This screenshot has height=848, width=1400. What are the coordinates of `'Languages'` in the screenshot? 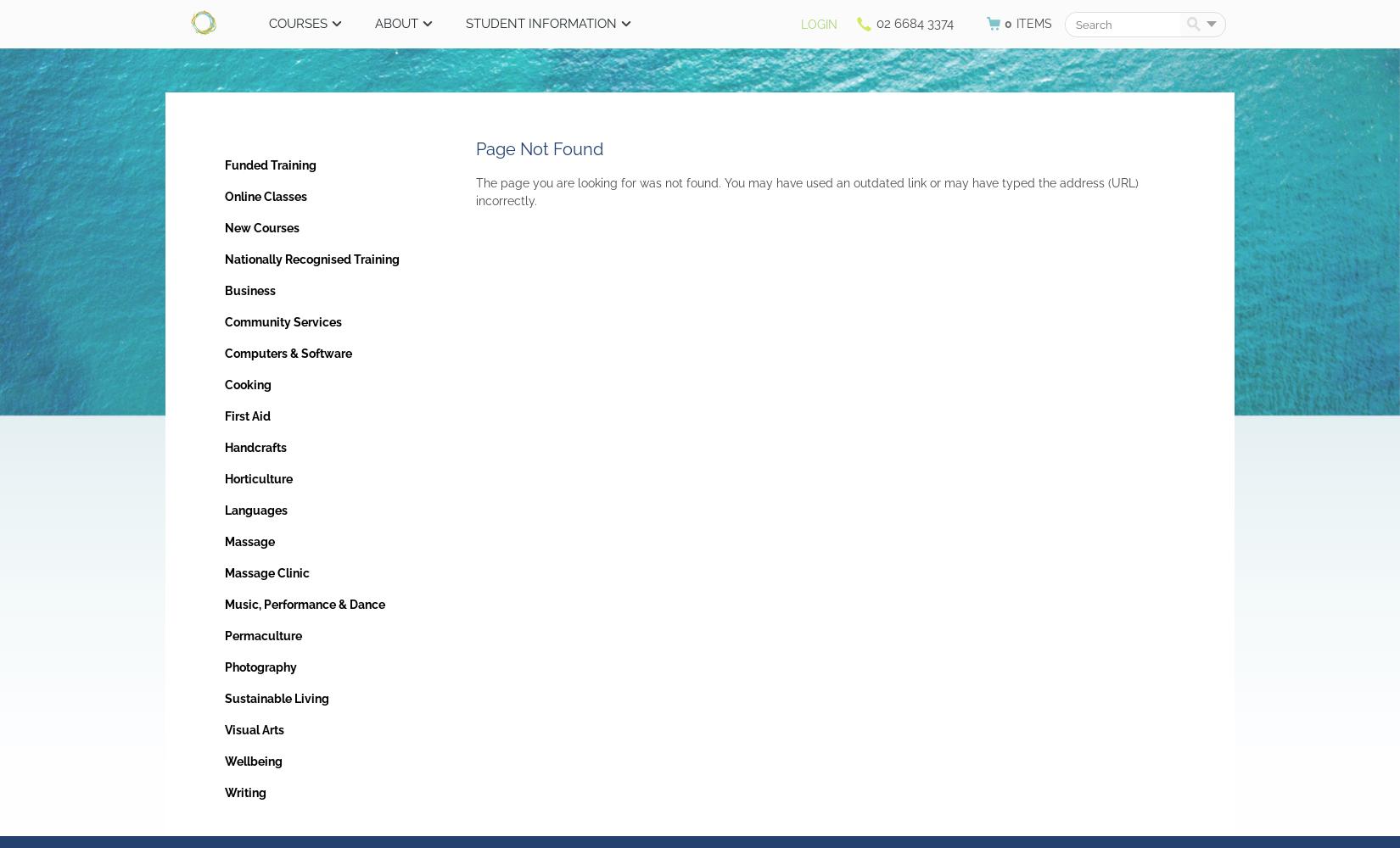 It's located at (224, 510).